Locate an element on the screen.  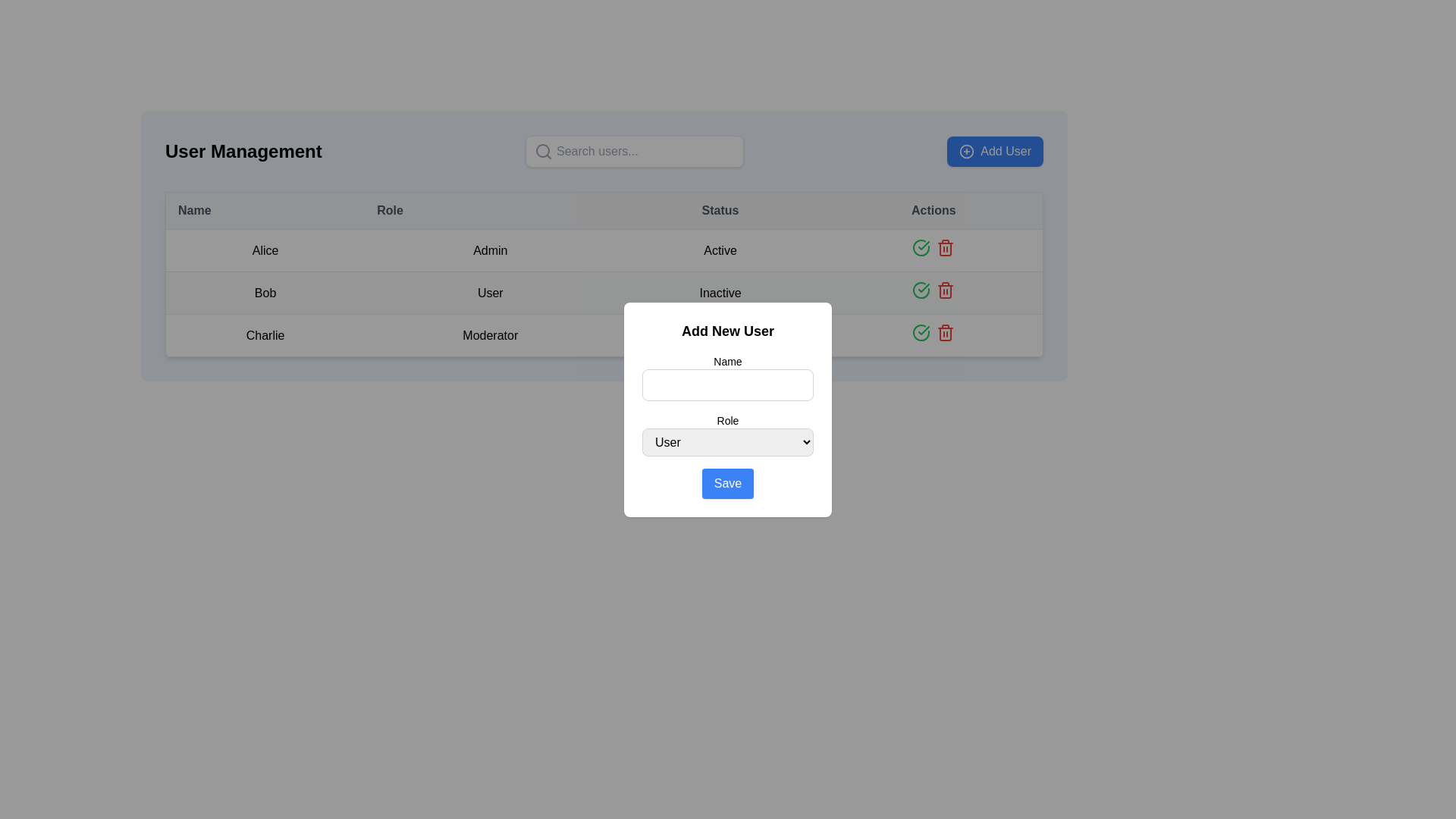
the 'Add User' text label on the button located at the top-right corner of the interface is located at coordinates (1006, 152).